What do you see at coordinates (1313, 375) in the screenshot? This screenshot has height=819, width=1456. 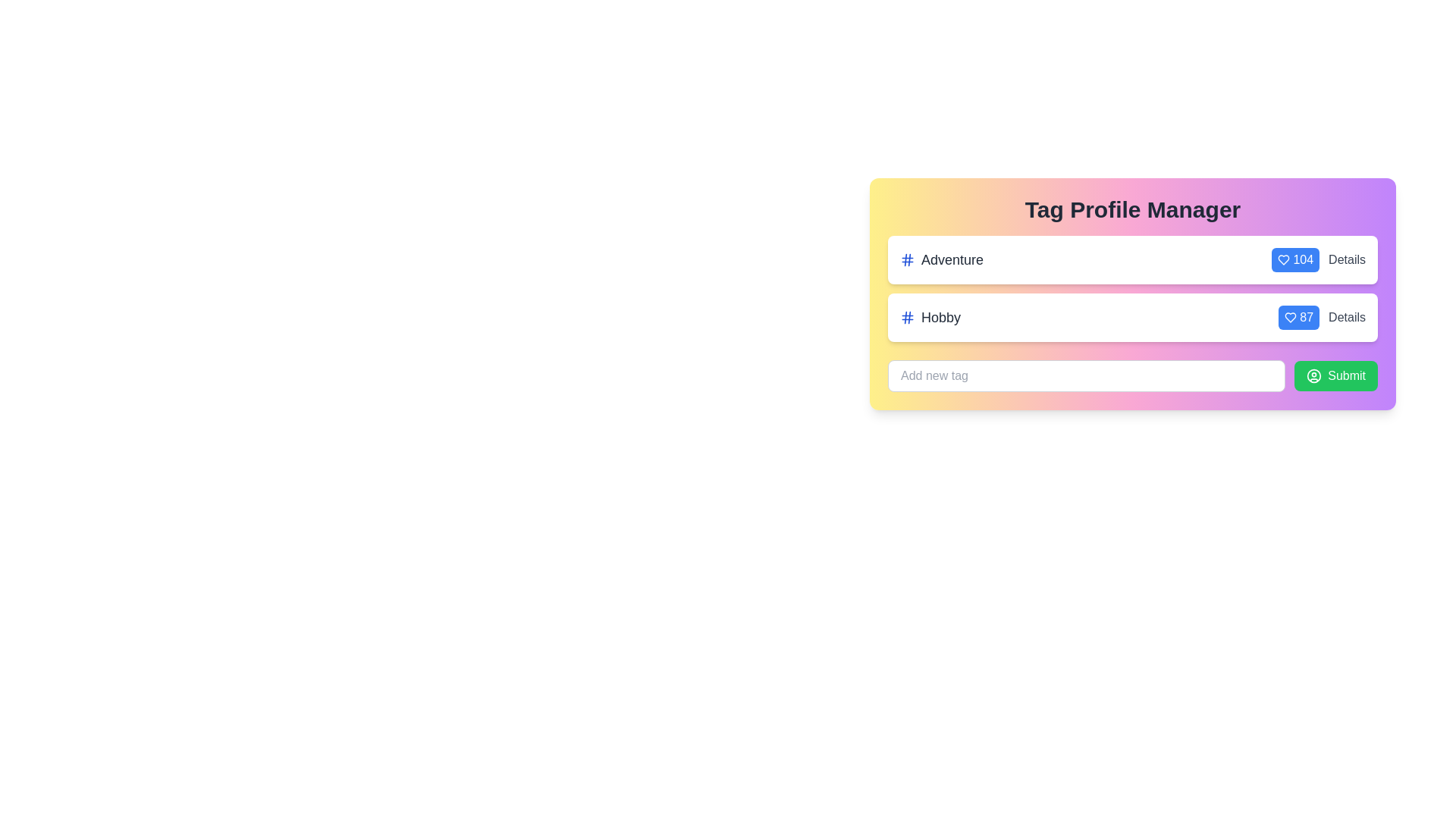 I see `the leftmost component of the green 'Submit' button located at the bottom-right corner of the interface section` at bounding box center [1313, 375].